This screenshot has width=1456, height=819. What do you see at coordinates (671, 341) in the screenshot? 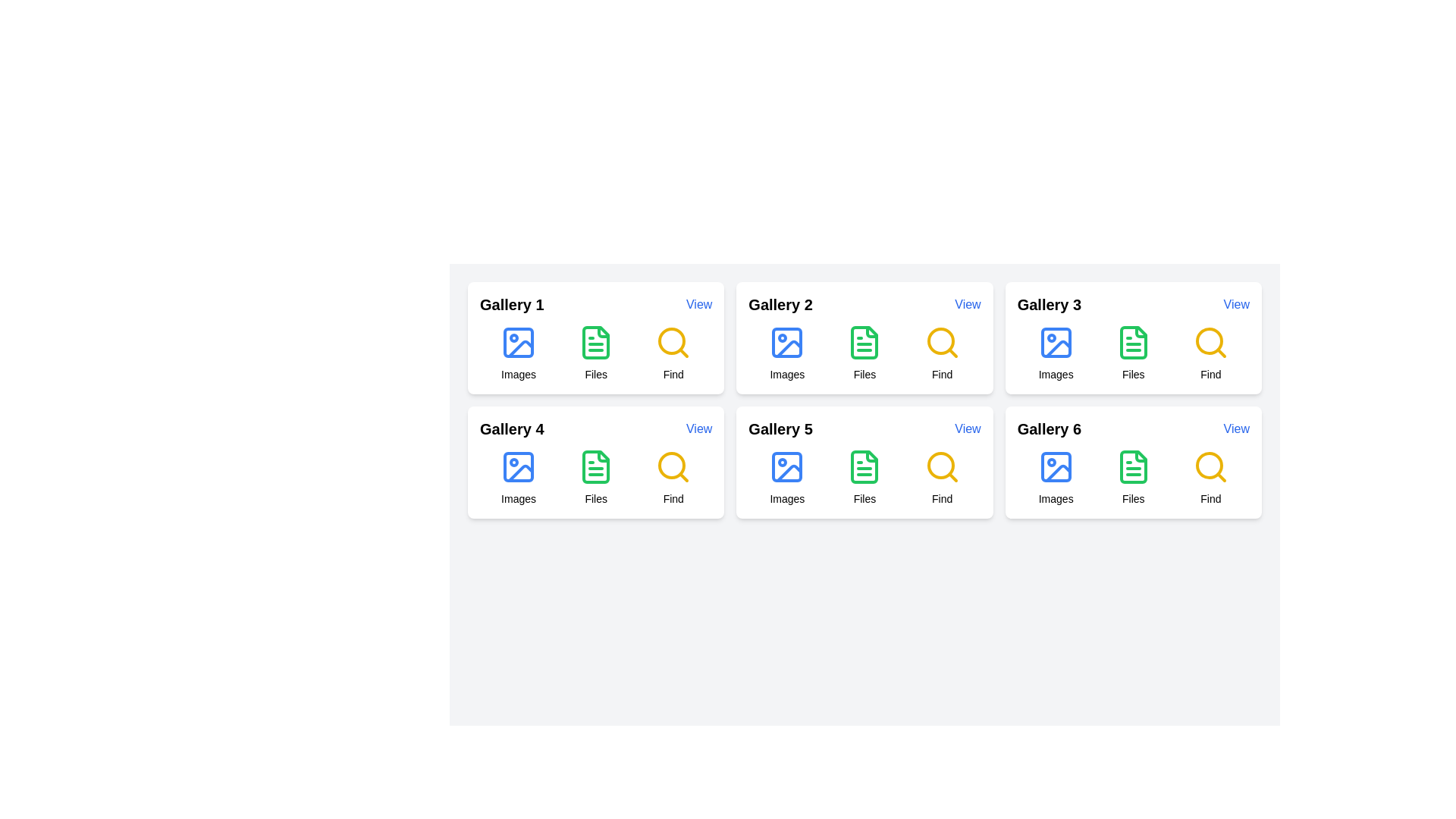
I see `the 'Find' search icon, which is a circular outline with a bright yellow color, located in the first gallery group of the grid interface` at bounding box center [671, 341].